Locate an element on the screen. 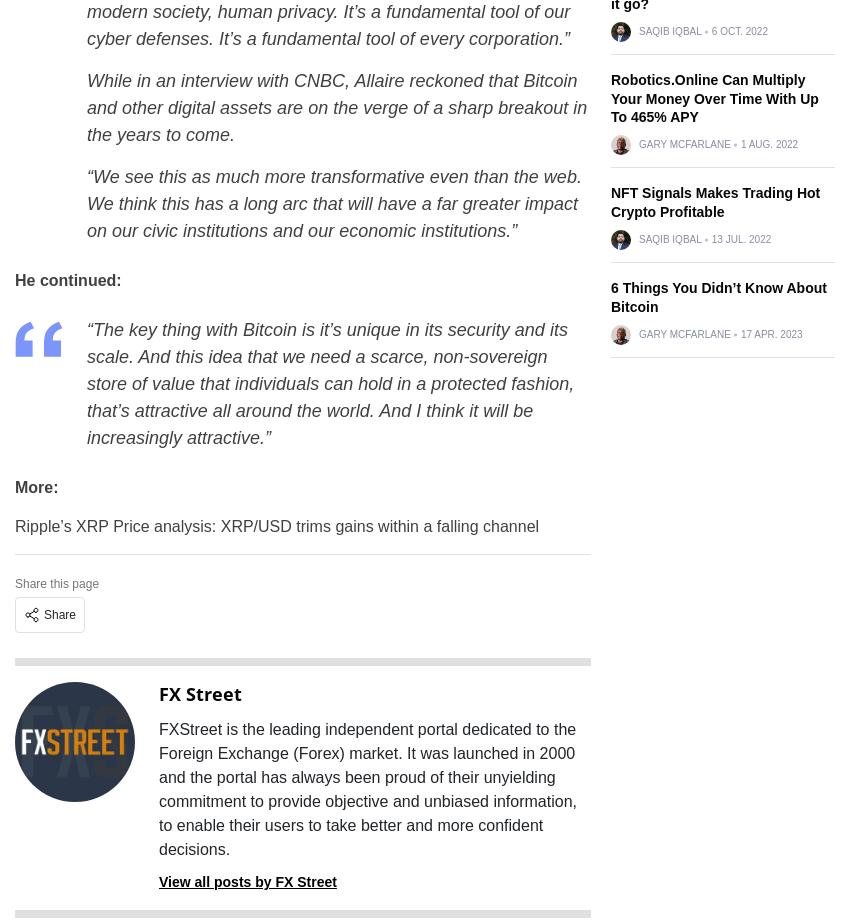 The height and width of the screenshot is (920, 850). '“We see this as much more transformative even than the web. We think this has a long arc that will have a far greater impact on our civic institutions and our economic institutions.”' is located at coordinates (86, 202).